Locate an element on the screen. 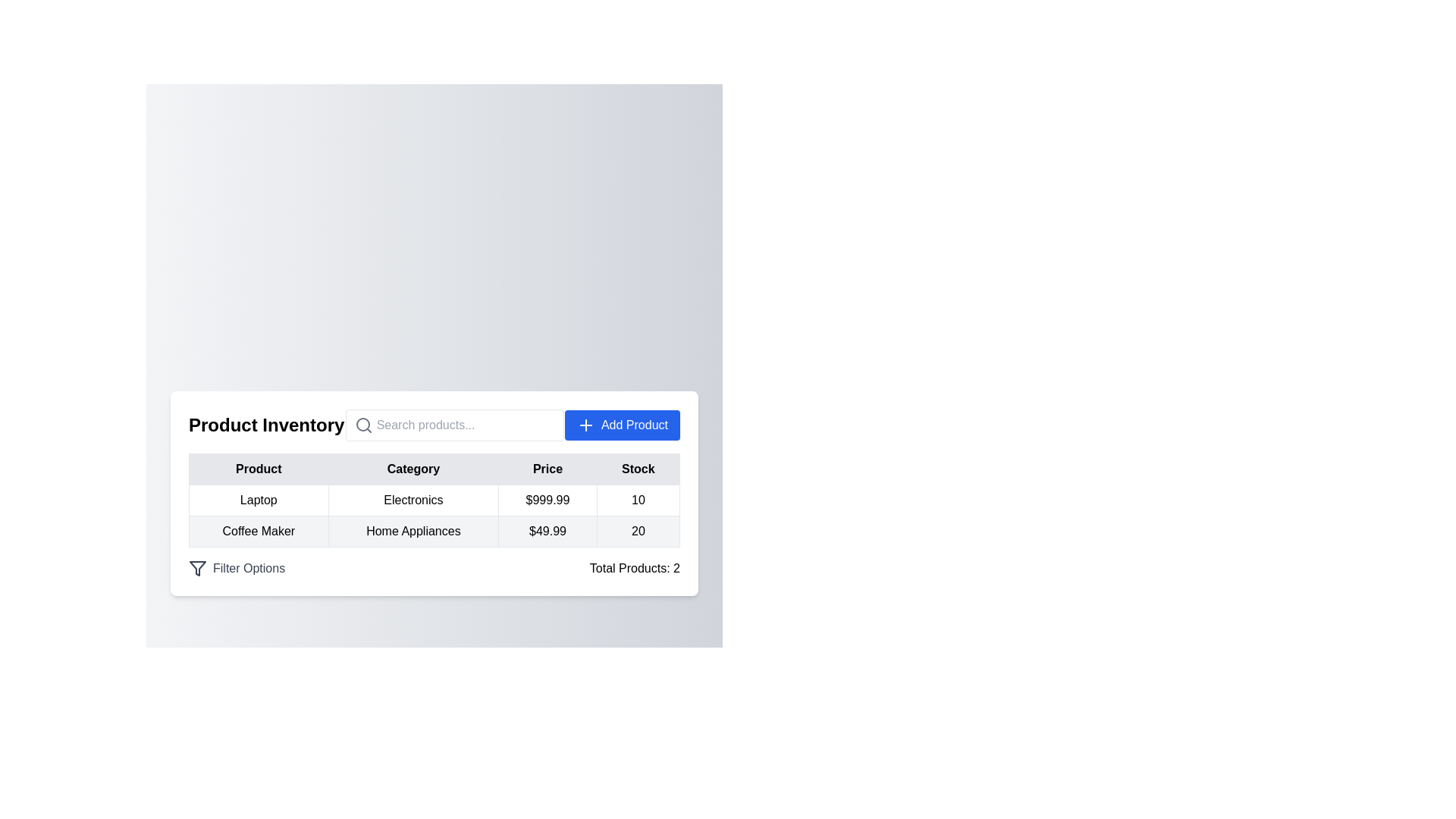  the 'Home Appliances' category label in the second row of the table is located at coordinates (413, 531).